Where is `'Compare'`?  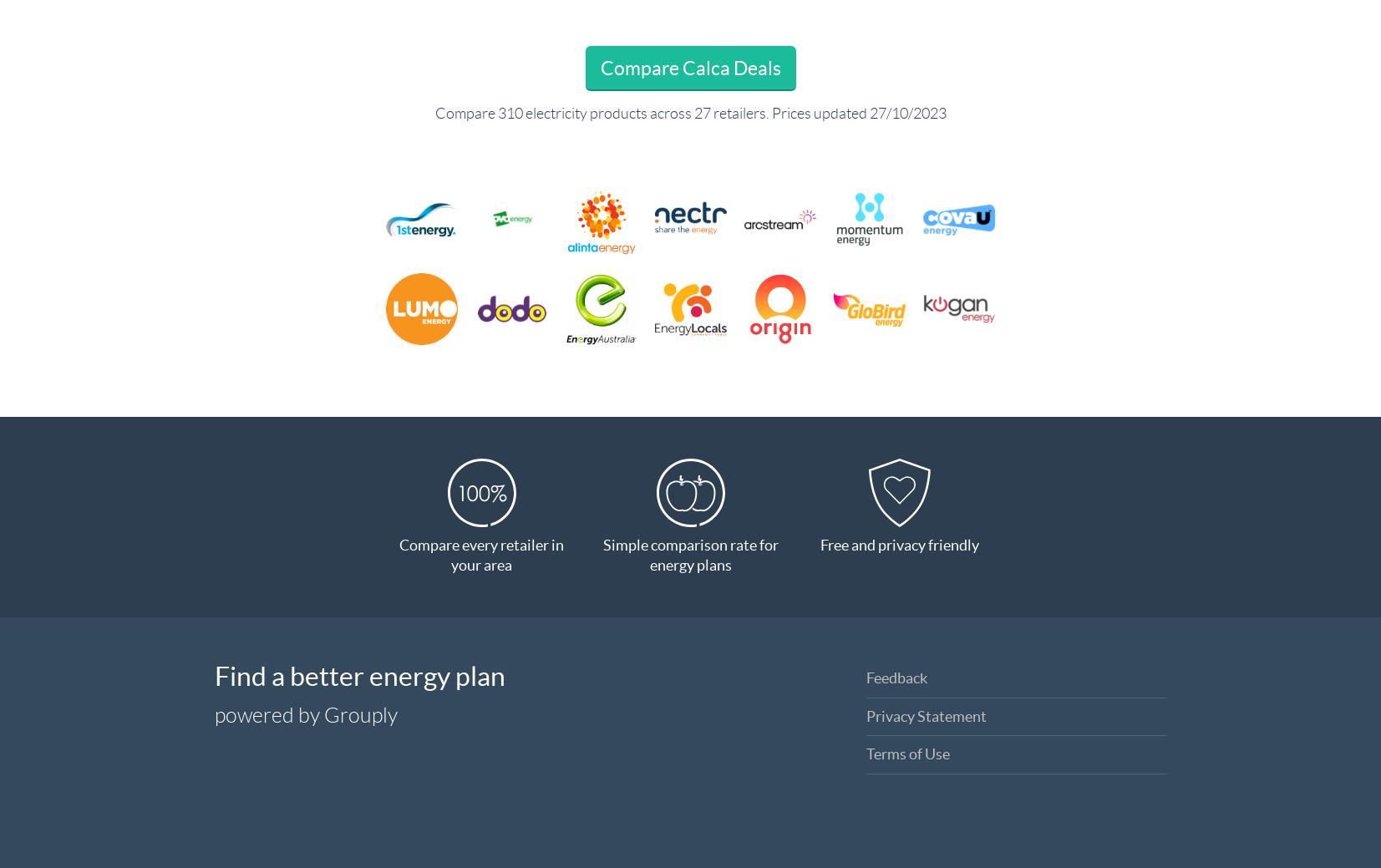 'Compare' is located at coordinates (465, 113).